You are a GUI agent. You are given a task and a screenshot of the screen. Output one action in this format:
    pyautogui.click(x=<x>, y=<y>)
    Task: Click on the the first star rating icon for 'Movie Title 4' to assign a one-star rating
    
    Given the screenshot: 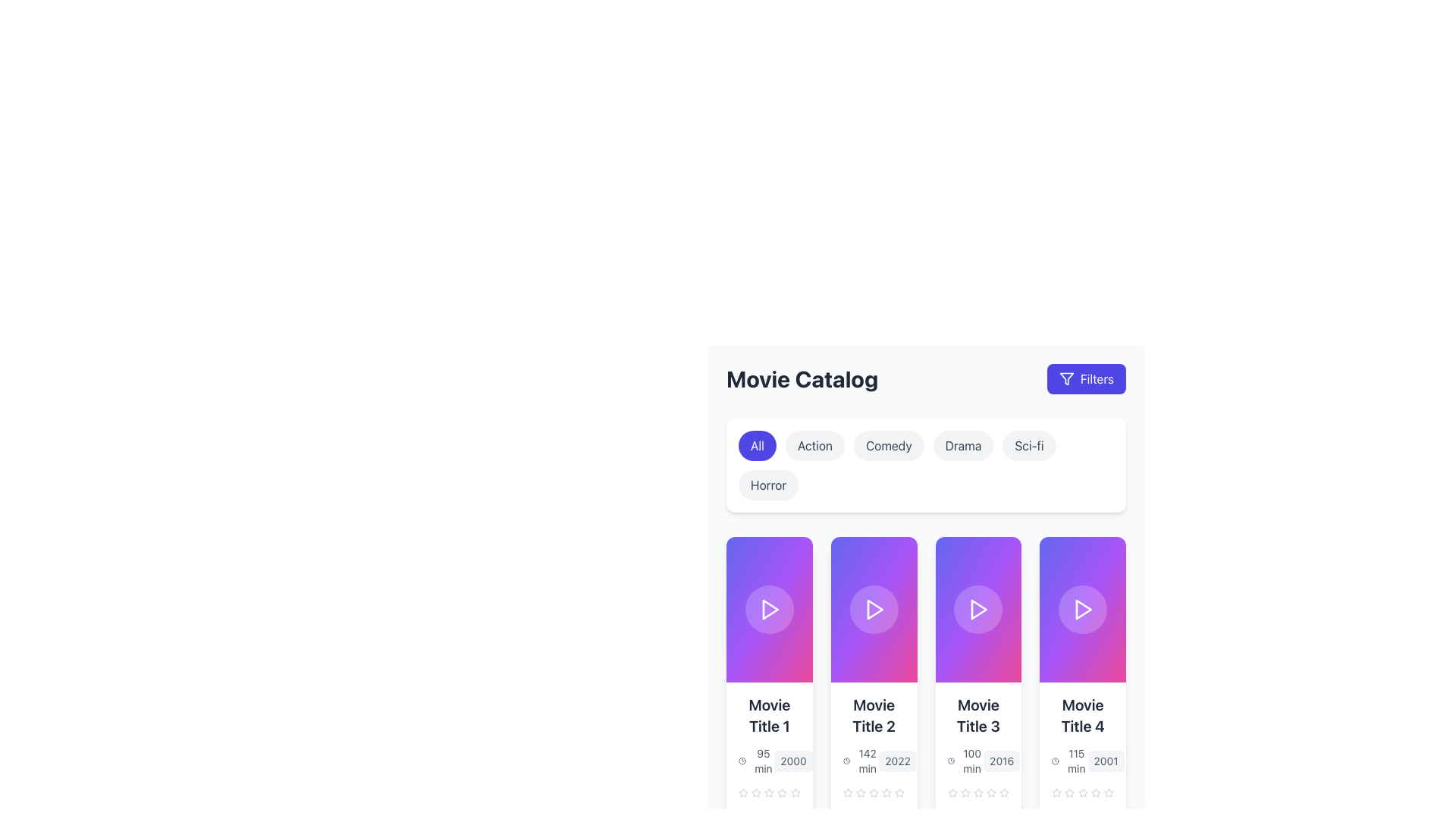 What is the action you would take?
    pyautogui.click(x=1056, y=792)
    